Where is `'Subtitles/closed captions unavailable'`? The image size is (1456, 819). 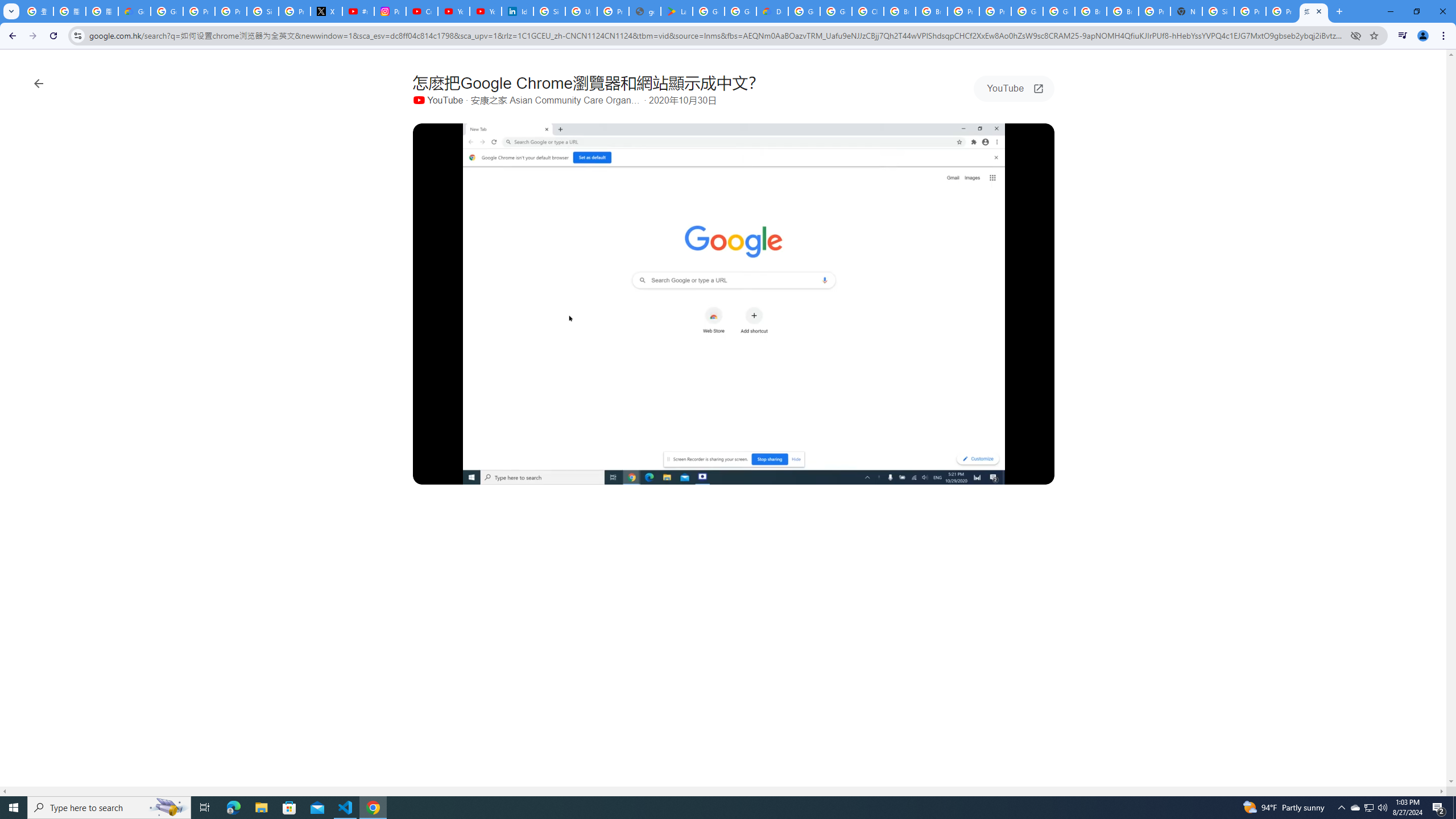
'Subtitles/closed captions unavailable' is located at coordinates (952, 473).